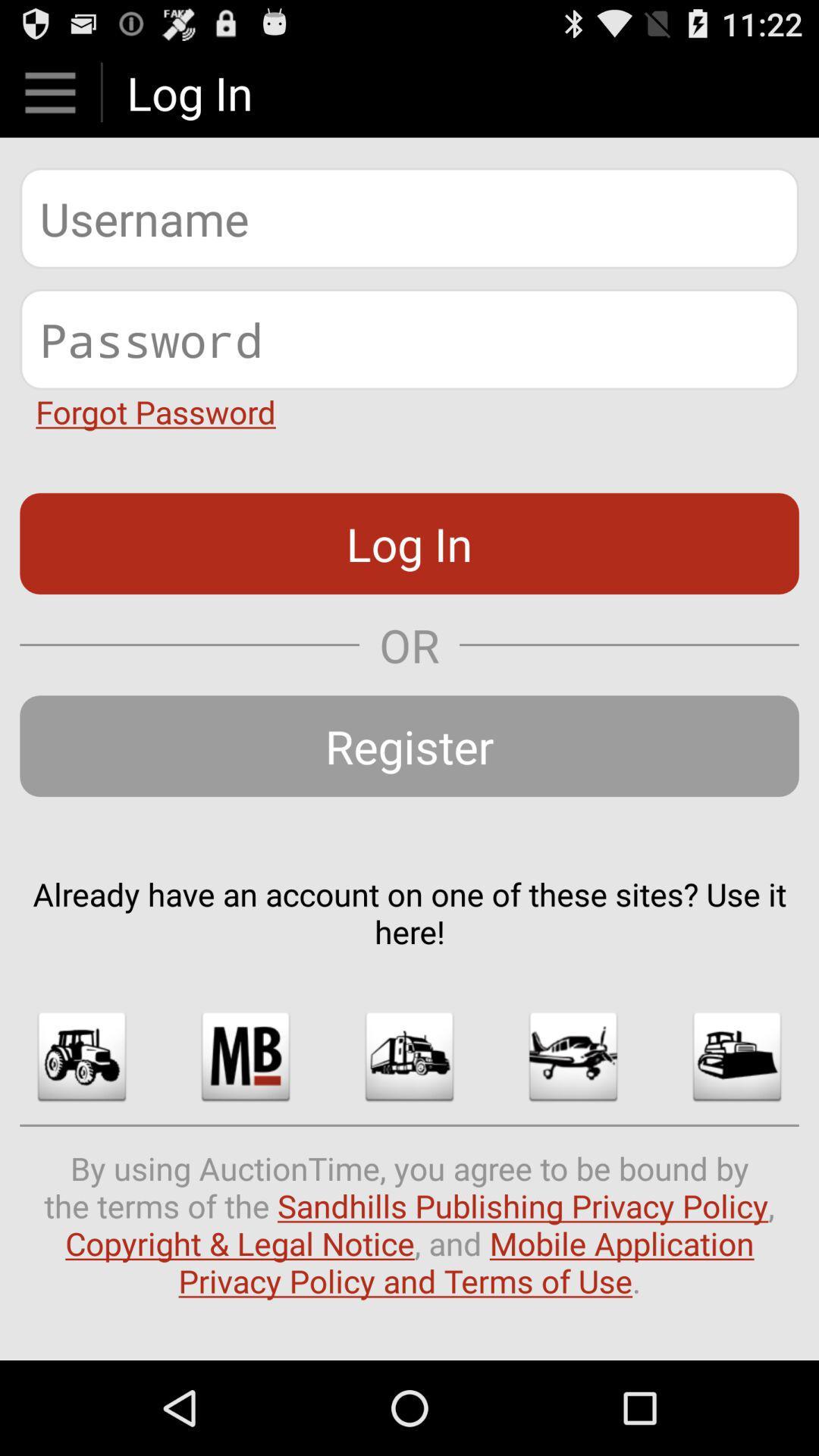 The height and width of the screenshot is (1456, 819). I want to click on shows menu option, so click(49, 92).